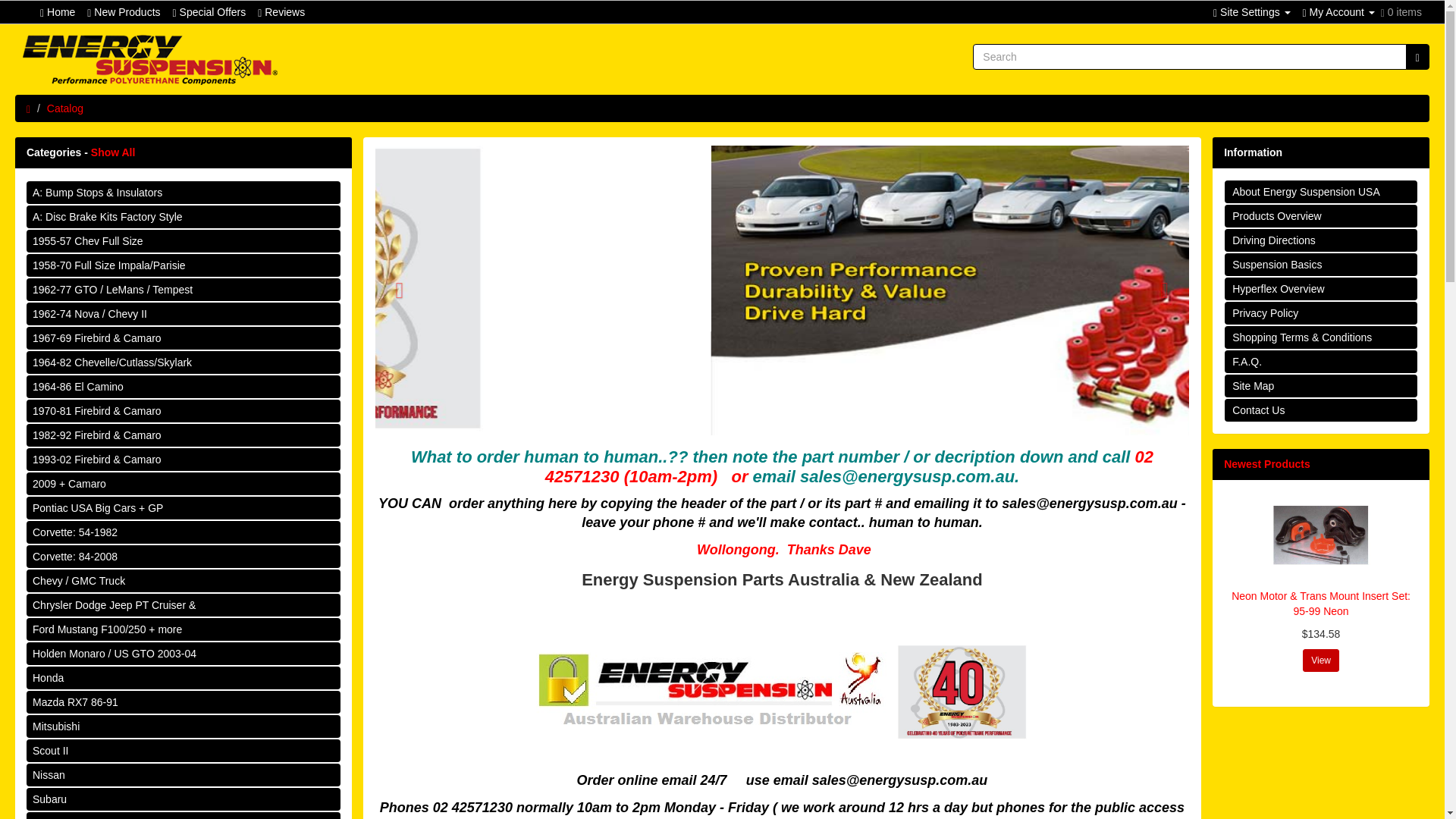  What do you see at coordinates (64, 107) in the screenshot?
I see `'Catalog'` at bounding box center [64, 107].